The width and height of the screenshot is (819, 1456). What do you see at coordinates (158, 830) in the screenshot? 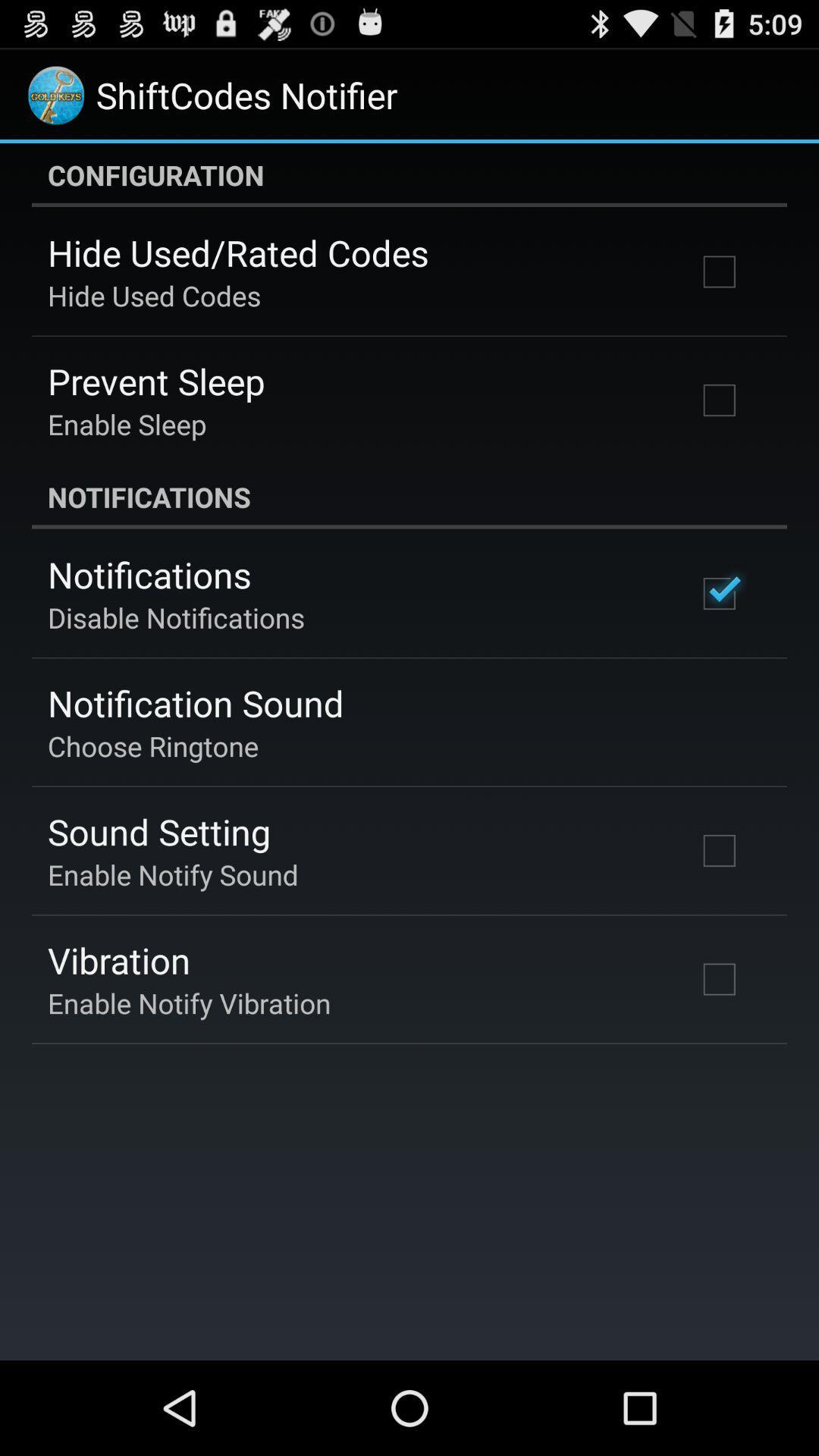
I see `the icon below choose ringtone icon` at bounding box center [158, 830].